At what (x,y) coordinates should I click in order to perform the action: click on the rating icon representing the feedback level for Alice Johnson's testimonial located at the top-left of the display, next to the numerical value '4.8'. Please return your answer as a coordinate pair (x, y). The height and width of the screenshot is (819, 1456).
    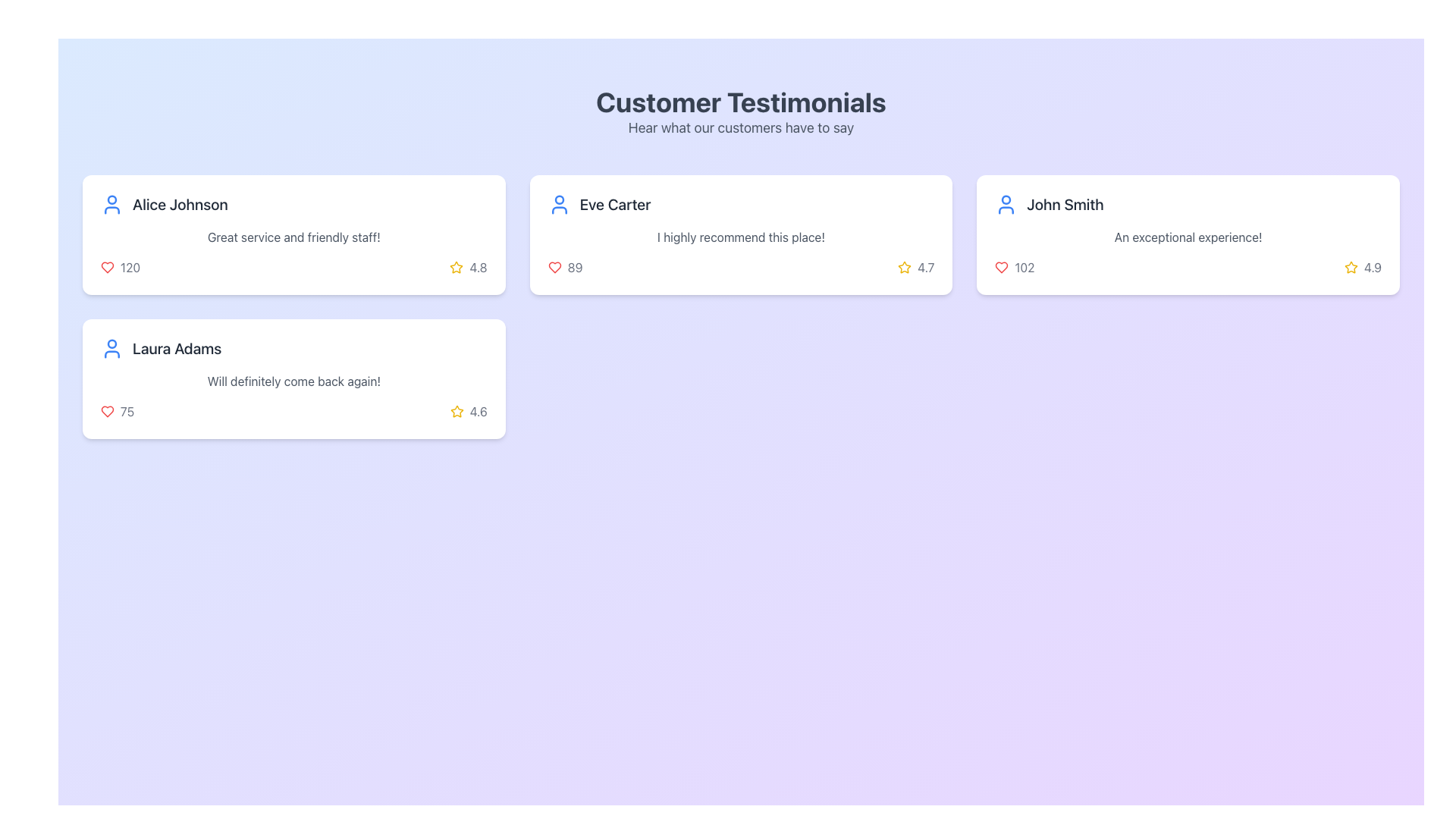
    Looking at the image, I should click on (456, 267).